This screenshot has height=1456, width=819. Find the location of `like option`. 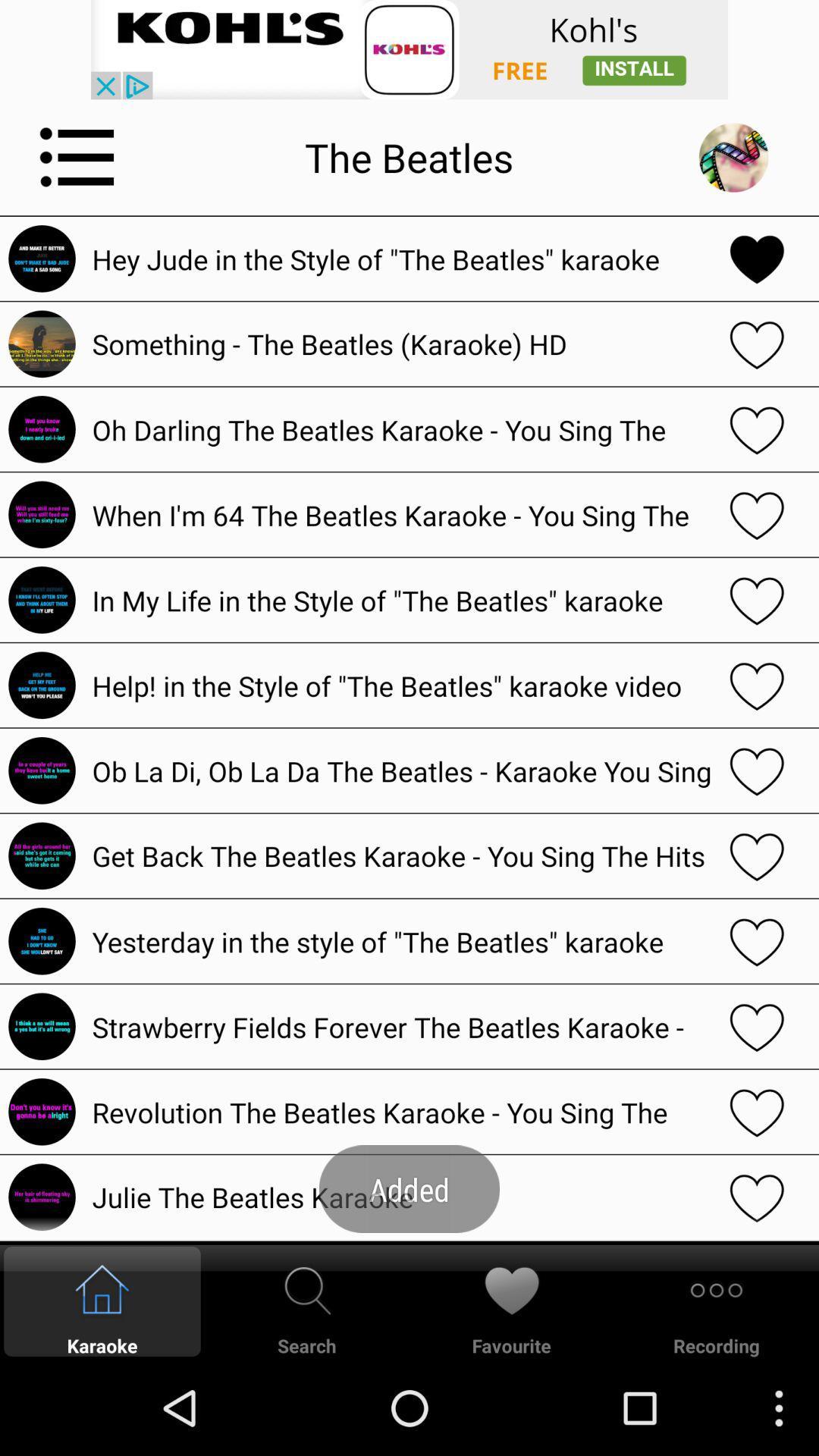

like option is located at coordinates (757, 599).